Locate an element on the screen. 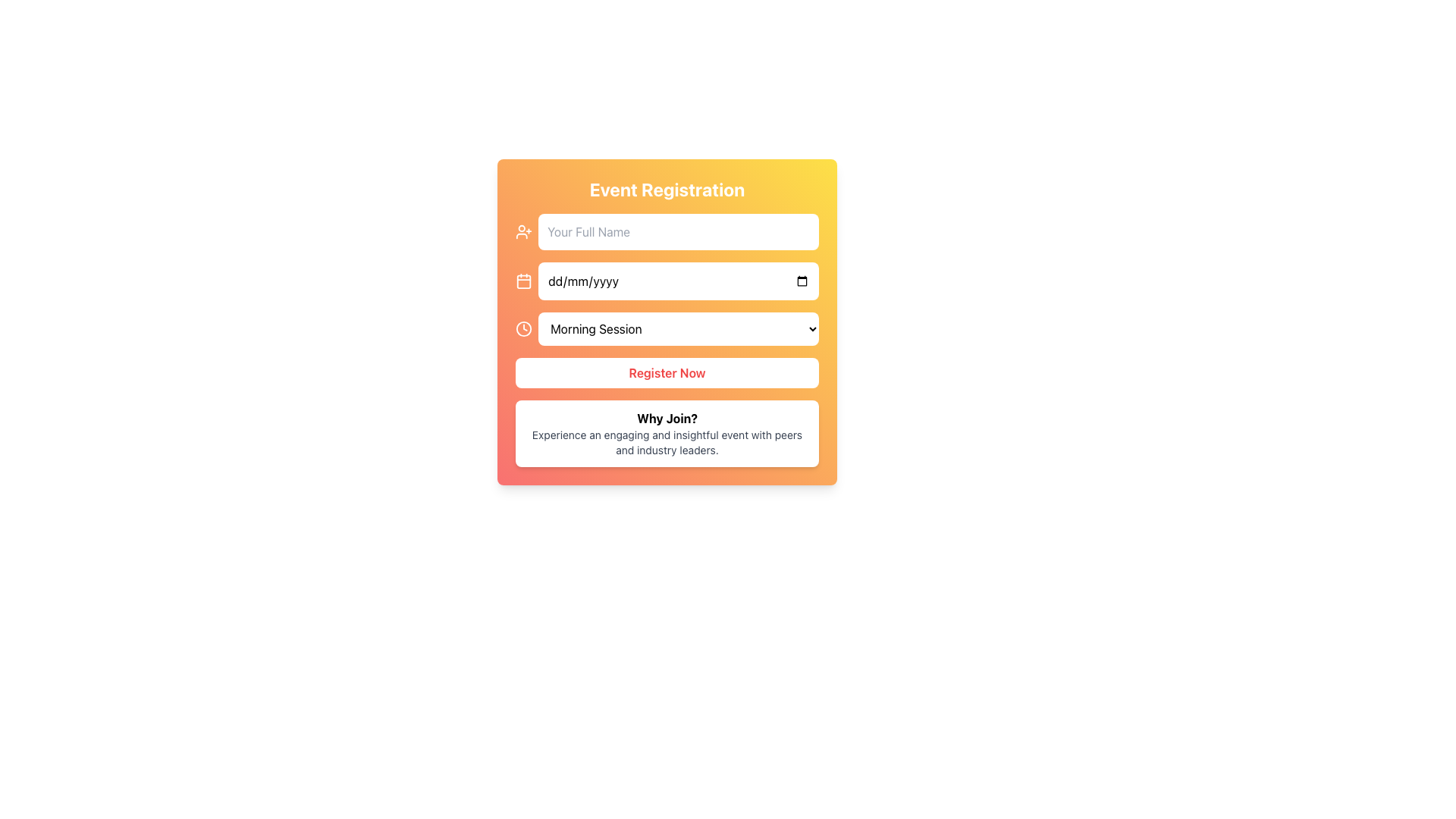  the text label displaying 'Event Registration', which is styled in bold white font against a vibrant yellow to red gradient background, located at the top of the form interface is located at coordinates (667, 189).